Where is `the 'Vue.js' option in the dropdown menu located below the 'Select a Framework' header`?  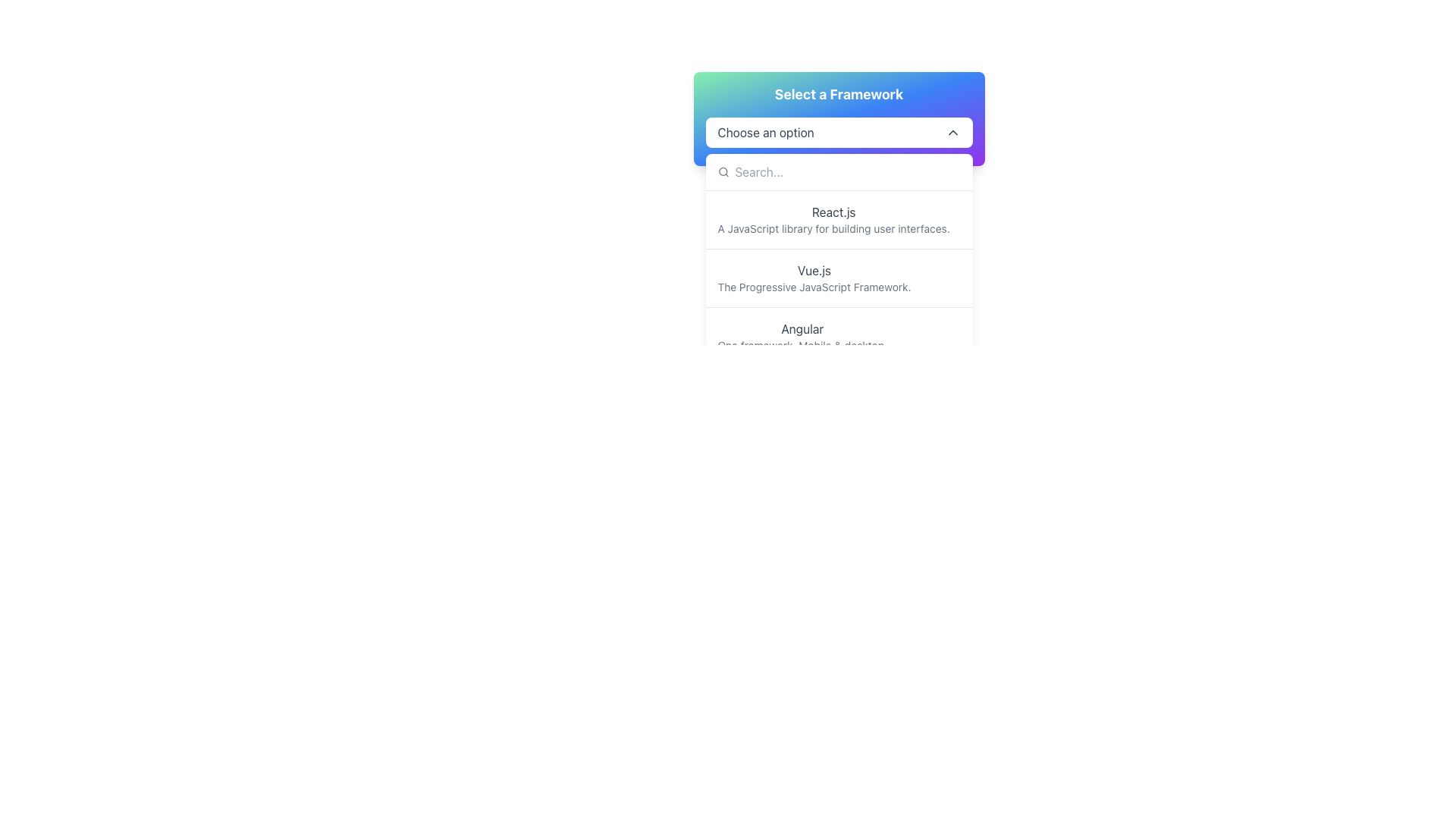 the 'Vue.js' option in the dropdown menu located below the 'Select a Framework' header is located at coordinates (838, 278).